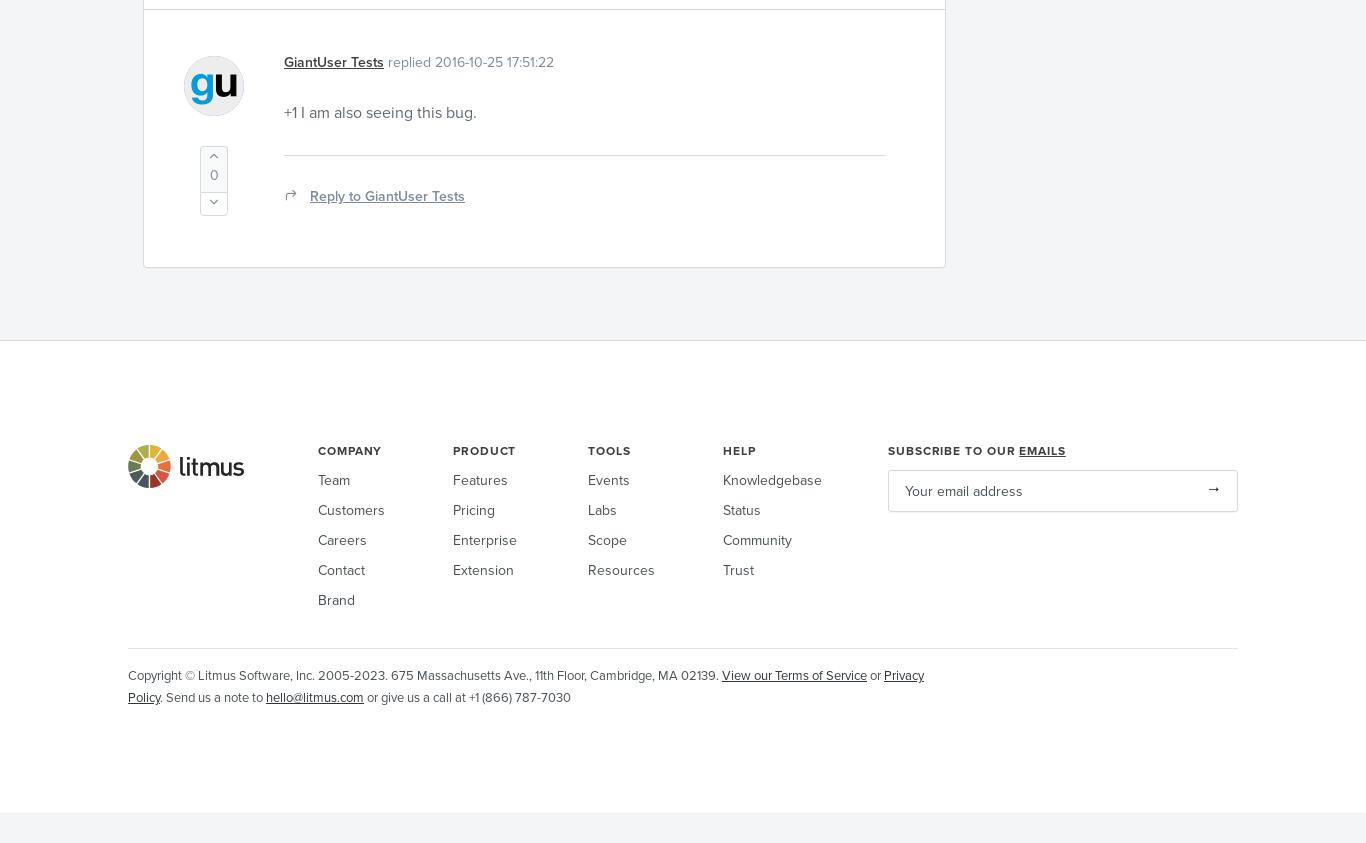  What do you see at coordinates (739, 449) in the screenshot?
I see `'Help'` at bounding box center [739, 449].